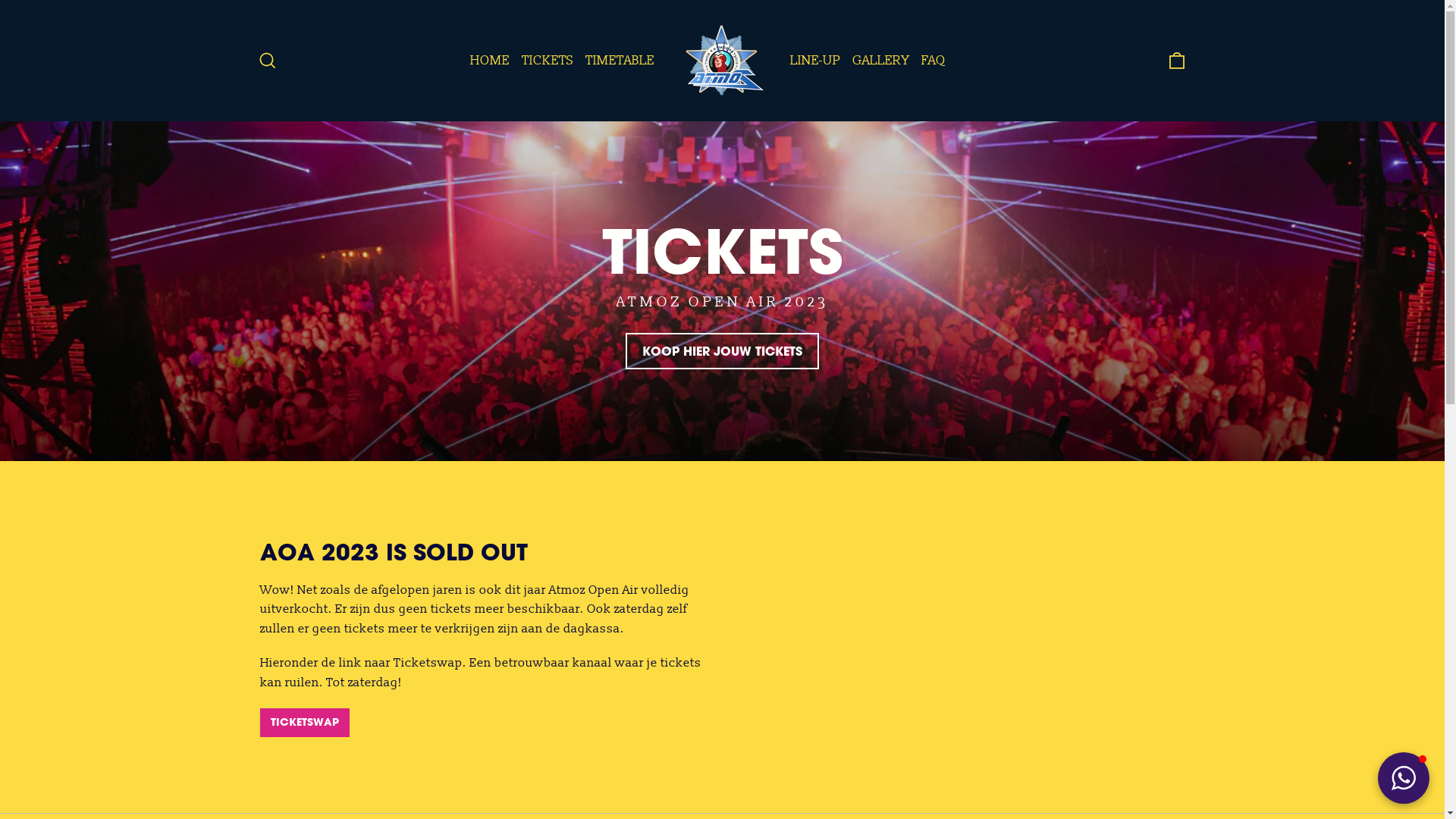 This screenshot has width=1456, height=819. What do you see at coordinates (721, 351) in the screenshot?
I see `'KOOP HIER JOUW TICKETS'` at bounding box center [721, 351].